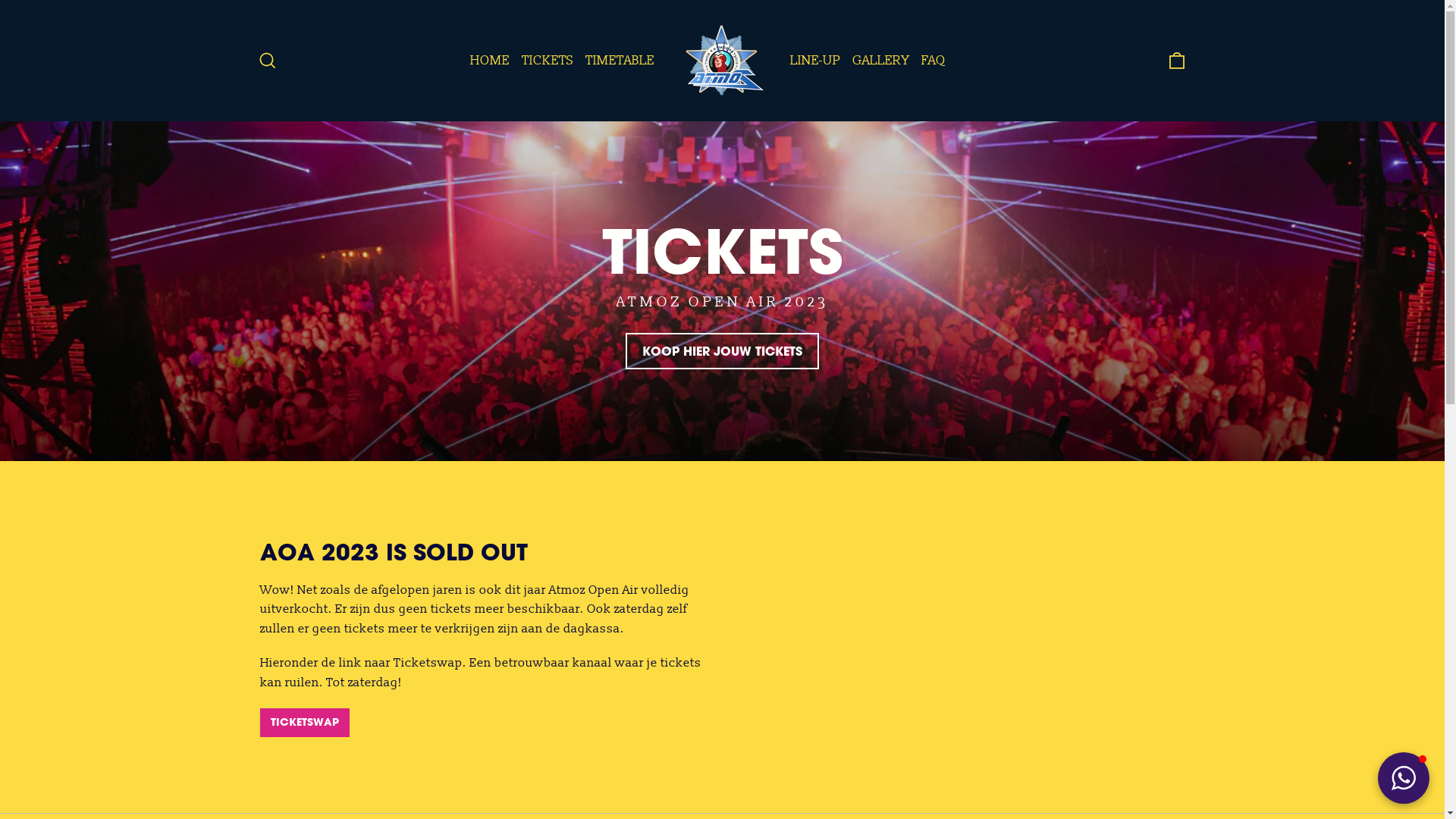 This screenshot has width=1456, height=819. What do you see at coordinates (721, 351) in the screenshot?
I see `'KOOP HIER JOUW TICKETS'` at bounding box center [721, 351].